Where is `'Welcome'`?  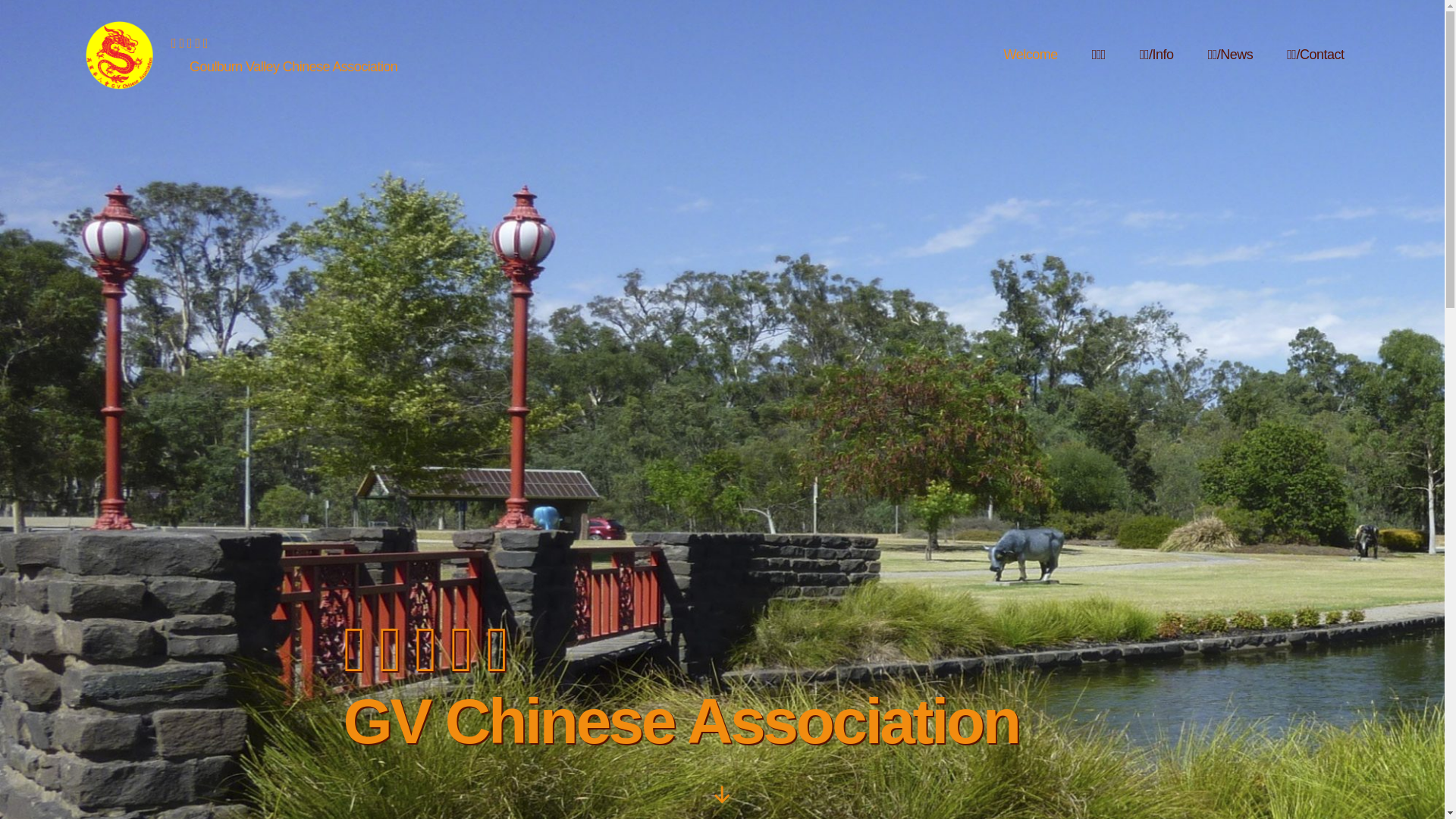 'Welcome' is located at coordinates (1037, 55).